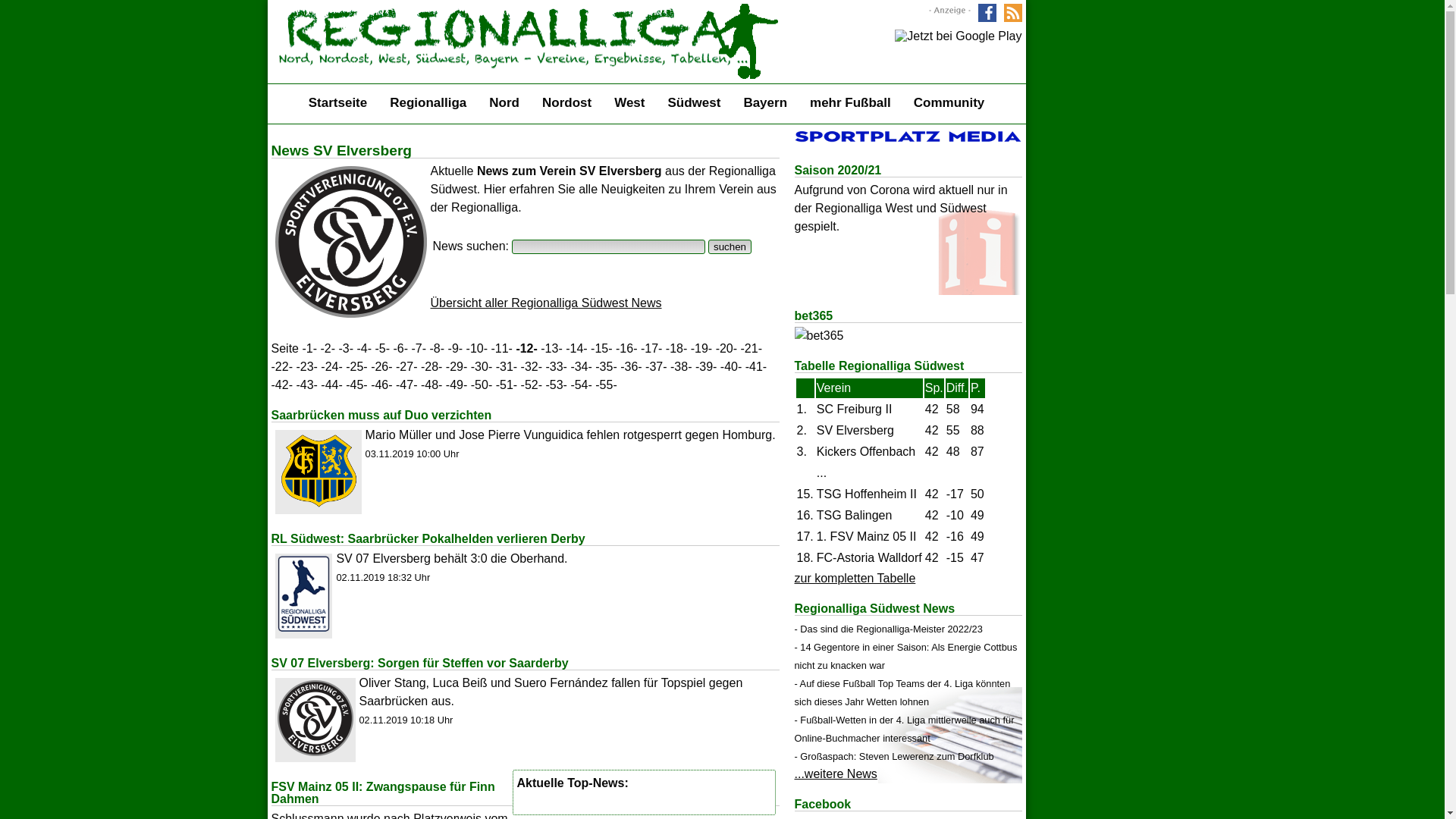  I want to click on '-49-', so click(455, 384).